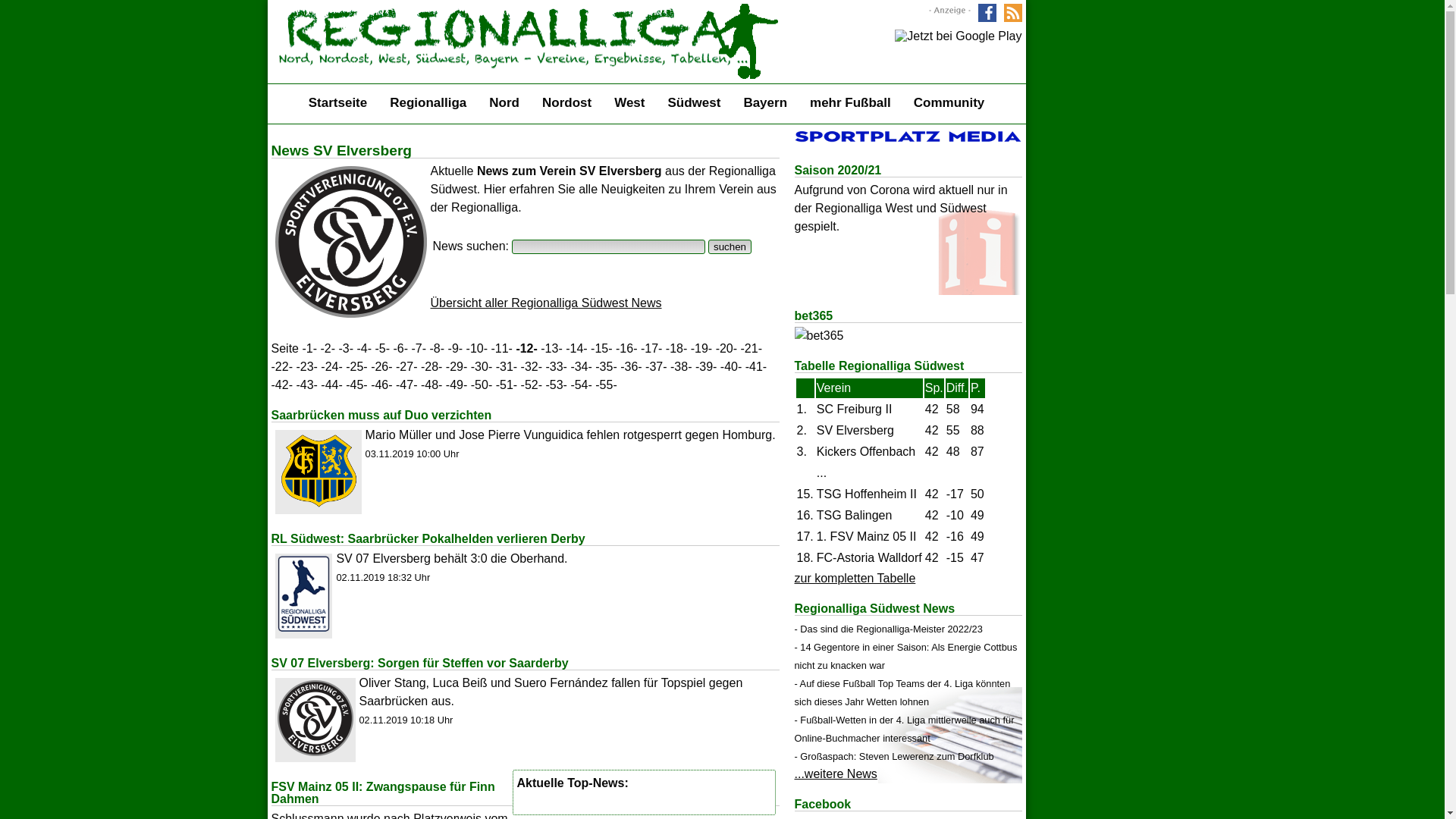  I want to click on '-49-', so click(455, 384).